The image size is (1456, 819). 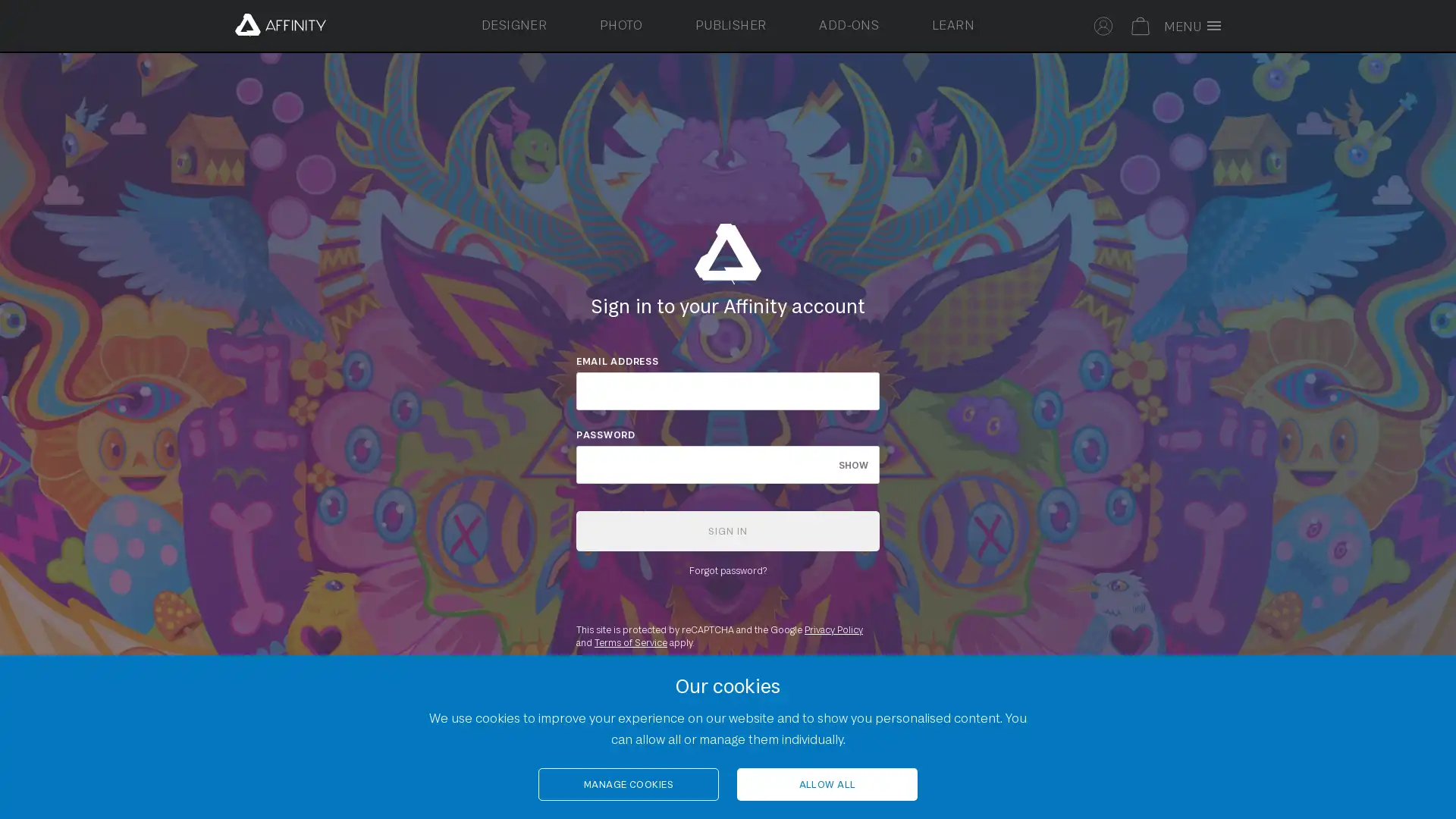 I want to click on Sign in to your Affinity account, so click(x=1103, y=24).